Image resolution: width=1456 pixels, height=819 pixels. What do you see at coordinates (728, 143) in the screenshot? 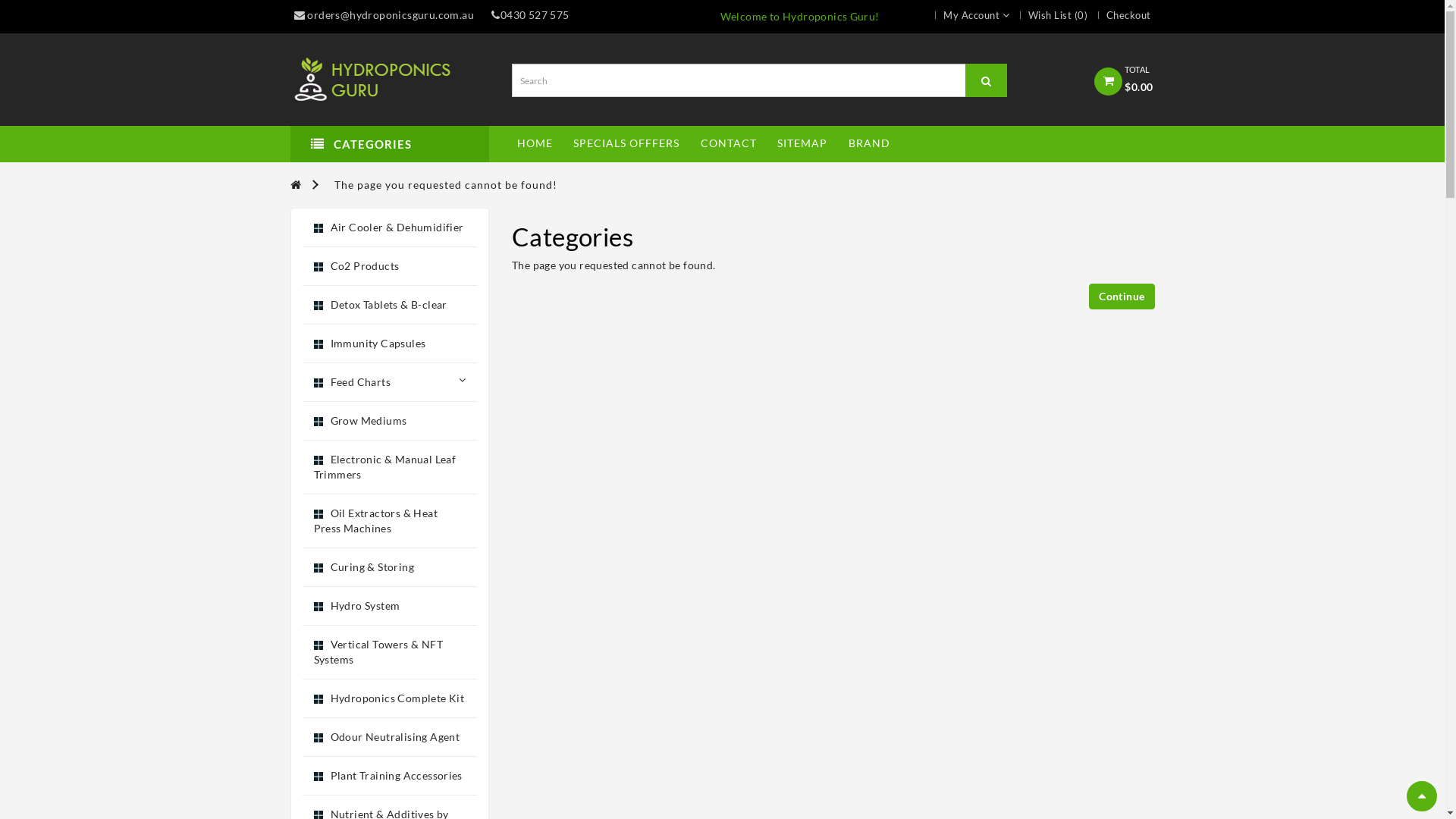
I see `'CONTACT'` at bounding box center [728, 143].